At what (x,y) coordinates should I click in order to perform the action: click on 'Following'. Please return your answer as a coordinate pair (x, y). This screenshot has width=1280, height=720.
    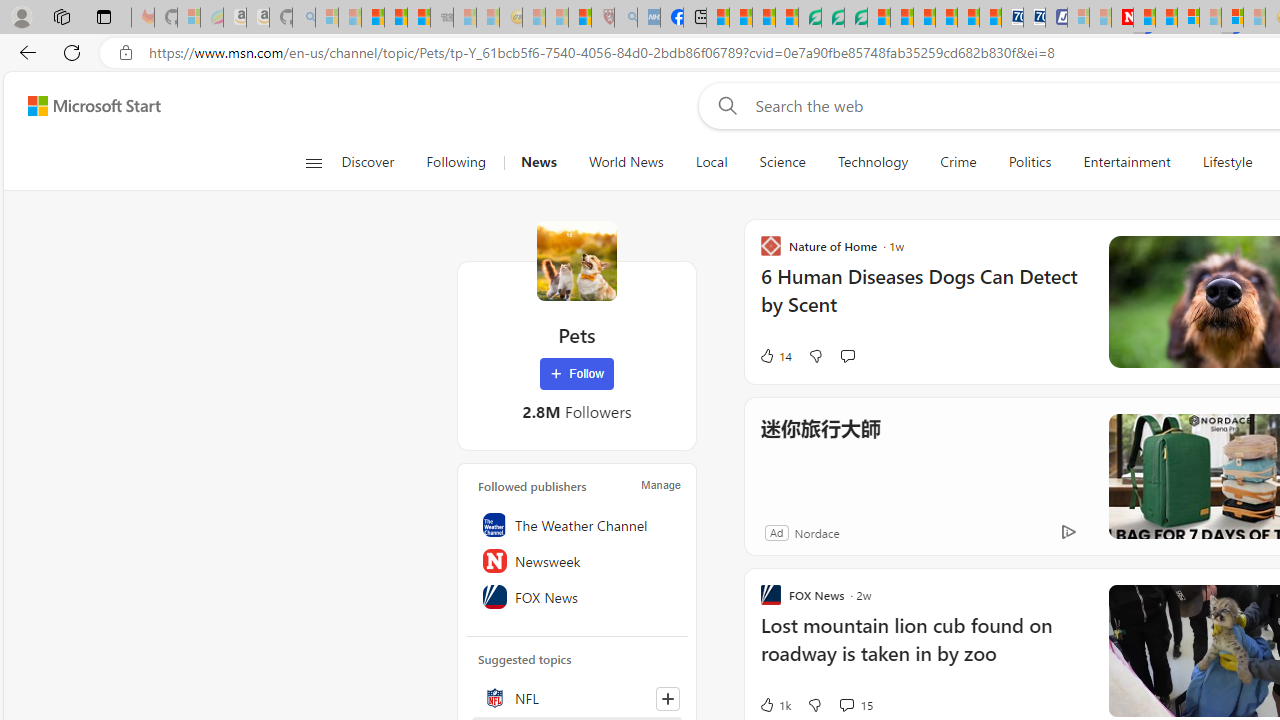
    Looking at the image, I should click on (456, 162).